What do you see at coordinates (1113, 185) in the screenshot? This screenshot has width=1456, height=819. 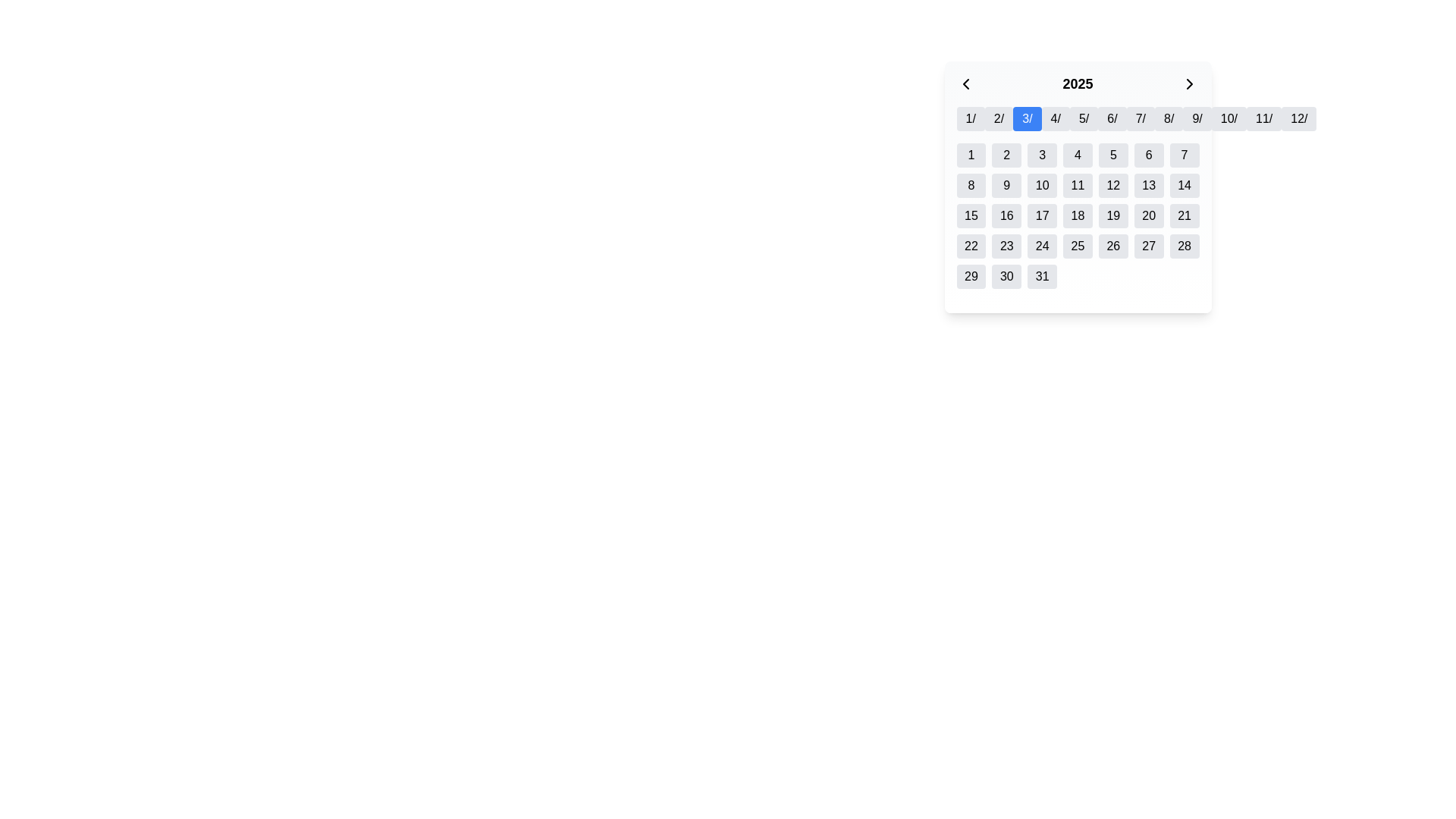 I see `the button representing the twelfth day on the calendar` at bounding box center [1113, 185].